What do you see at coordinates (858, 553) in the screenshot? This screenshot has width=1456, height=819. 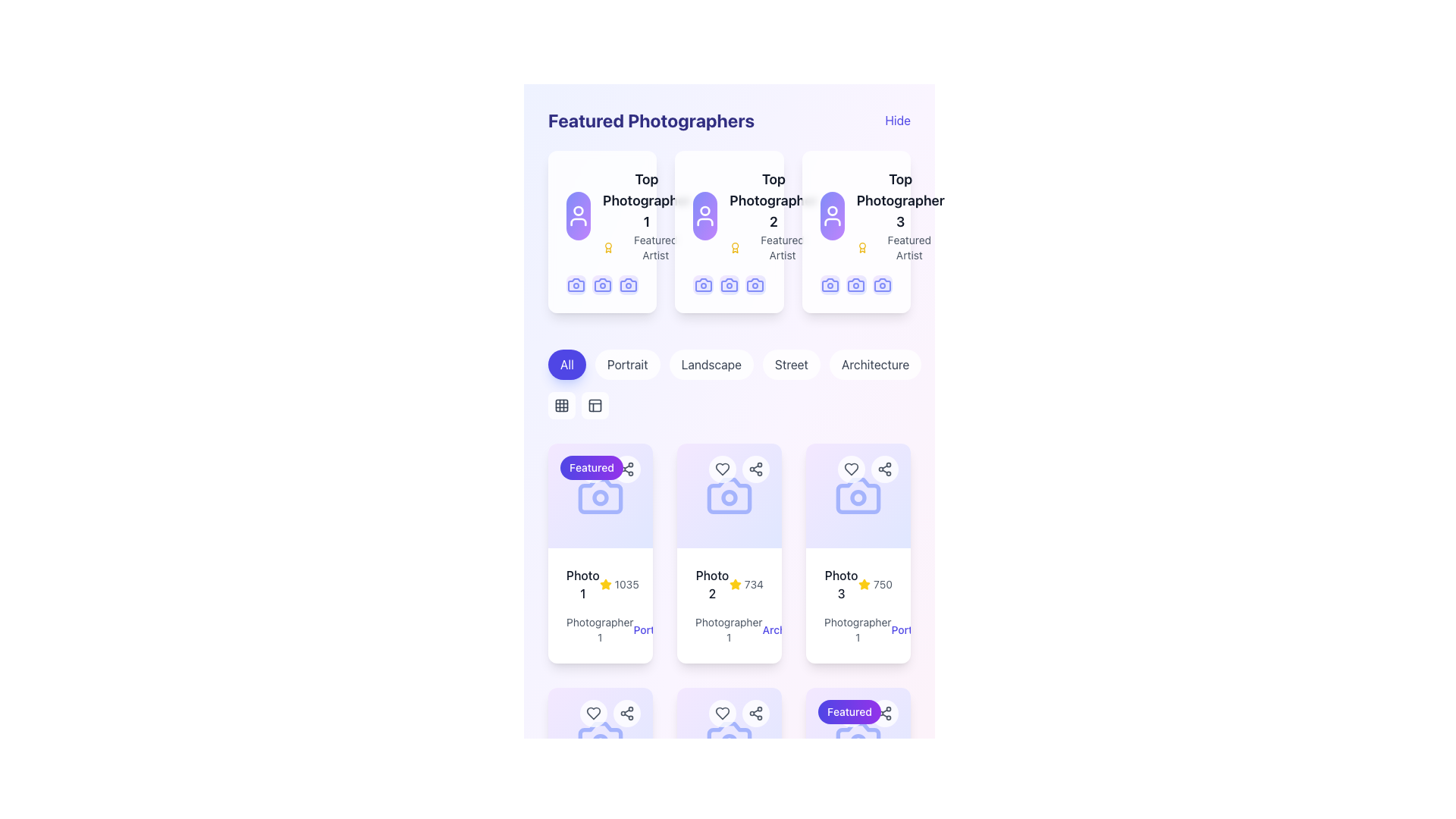 I see `the 'Portrait' link located at the bottom right corner of the third photo card in the 'Featured Photographers' section, which has a white background and rounded corners, to filter photos` at bounding box center [858, 553].